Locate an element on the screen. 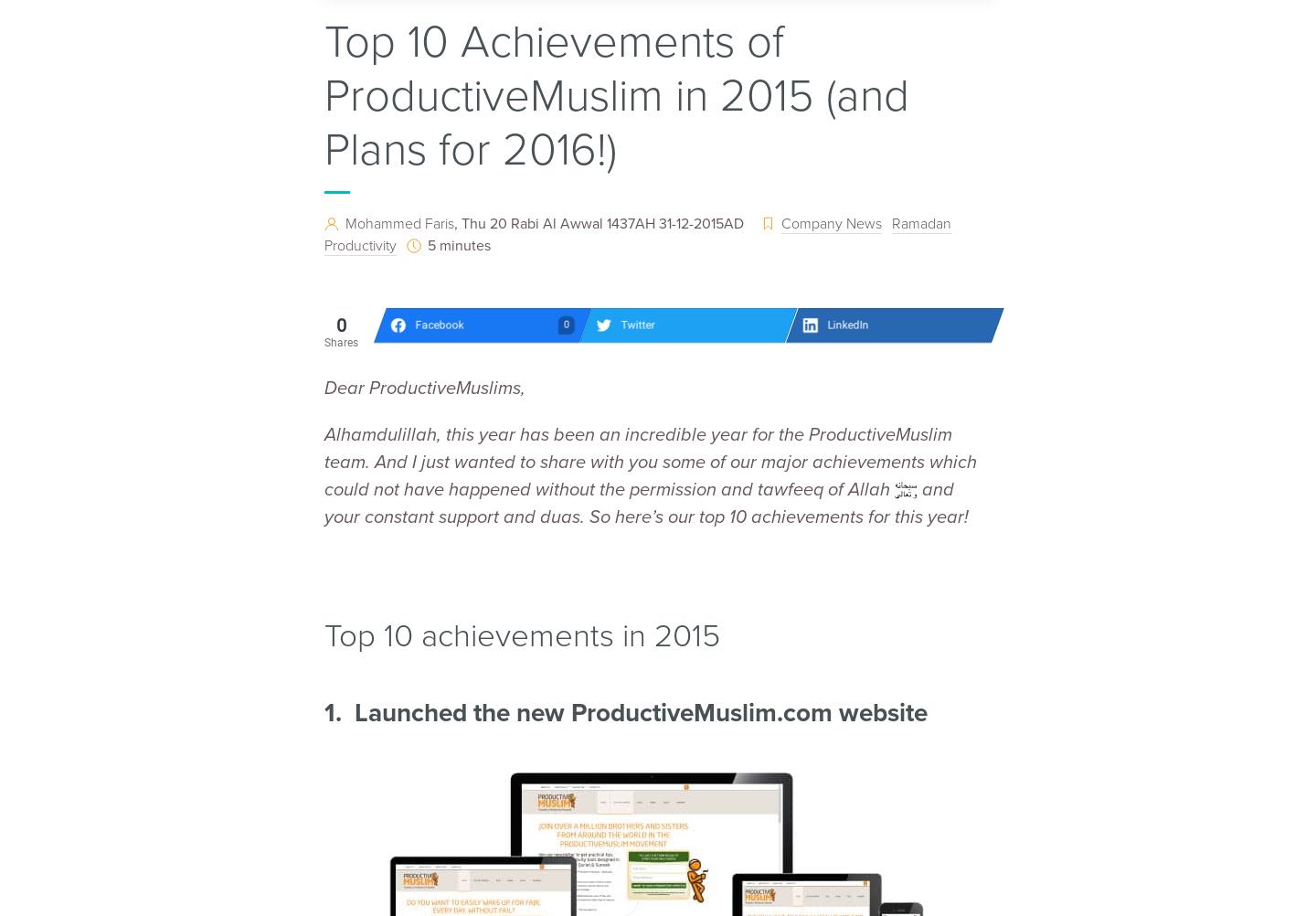  'Top 10 Achievements of ProductiveMuslim in 2015 (and Plans for 2016!)' is located at coordinates (617, 95).